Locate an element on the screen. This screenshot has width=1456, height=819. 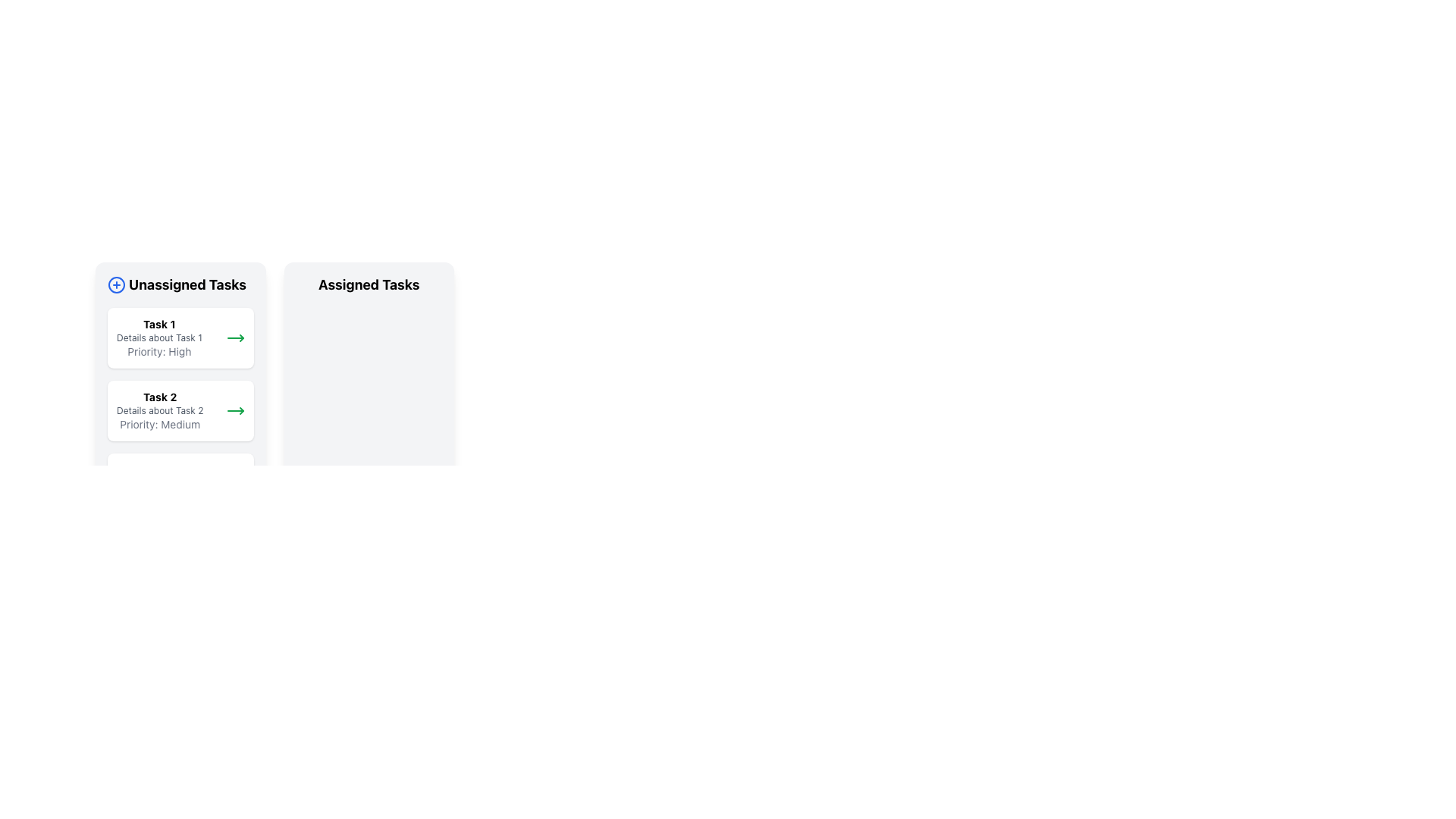
the text block displaying 'Details about Task 2', which is in small gray font and positioned below the title 'Task 2' in the 'Unassigned Tasks' section is located at coordinates (160, 411).